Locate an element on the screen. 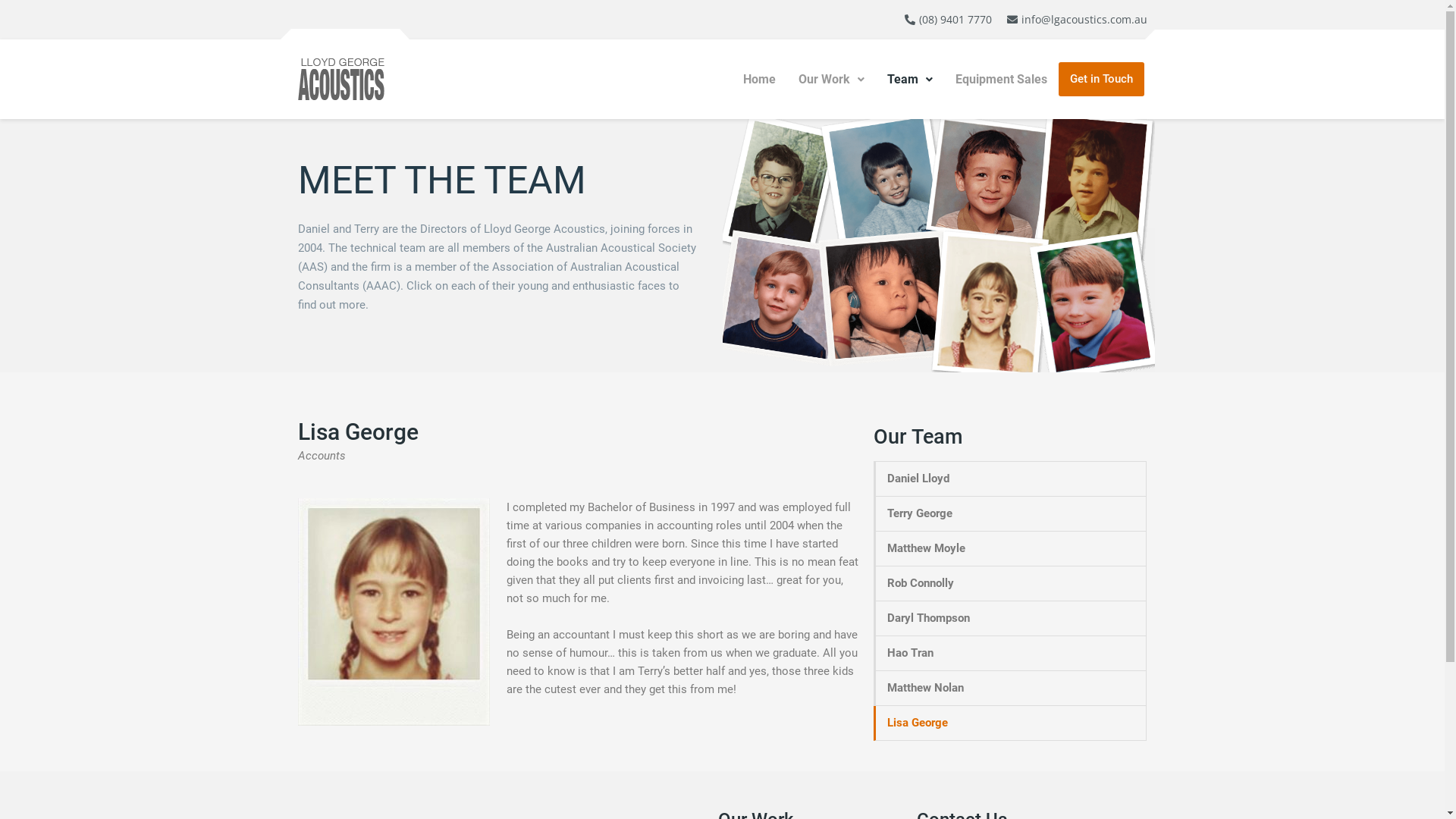 This screenshot has width=1456, height=819. '(08) 9401 7770' is located at coordinates (946, 20).